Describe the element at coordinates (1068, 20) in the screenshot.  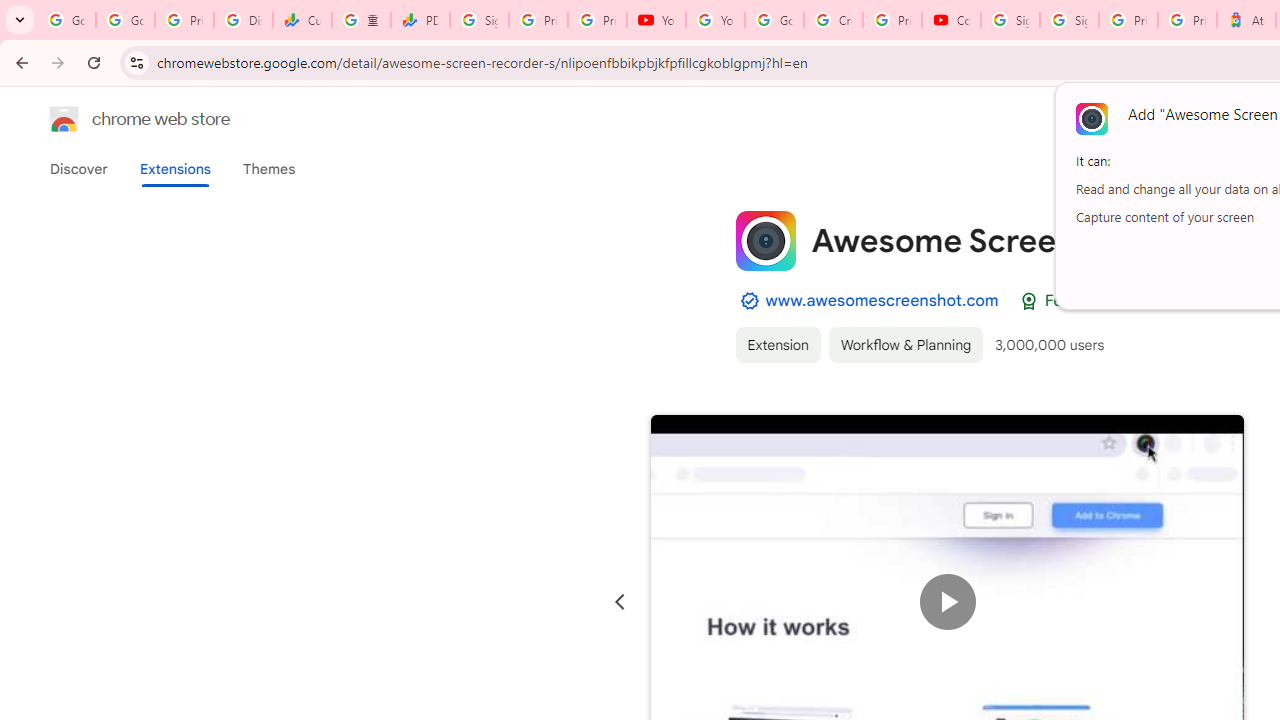
I see `'Sign in - Google Accounts'` at that location.